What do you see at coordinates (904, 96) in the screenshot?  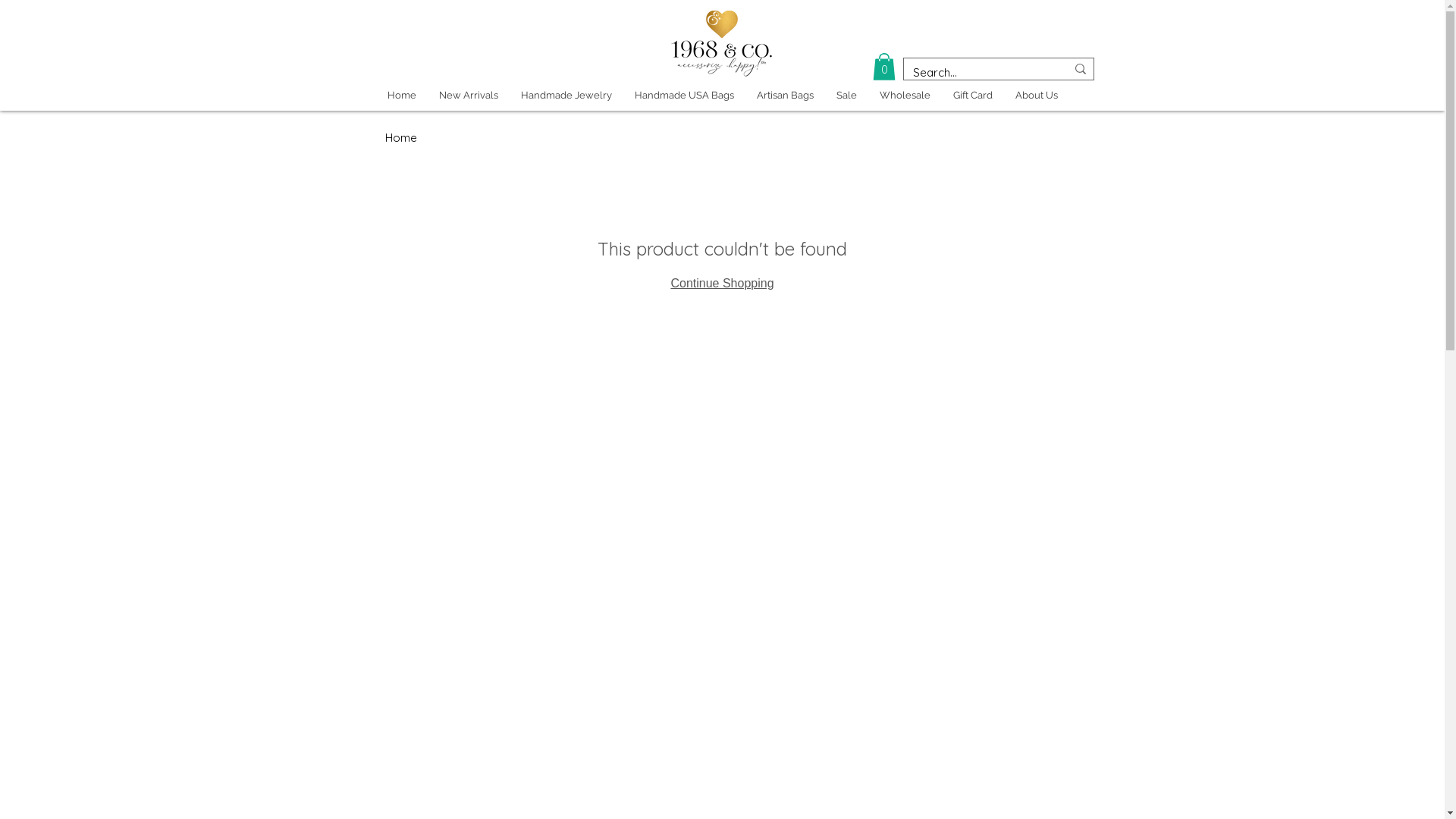 I see `'Wholesale'` at bounding box center [904, 96].